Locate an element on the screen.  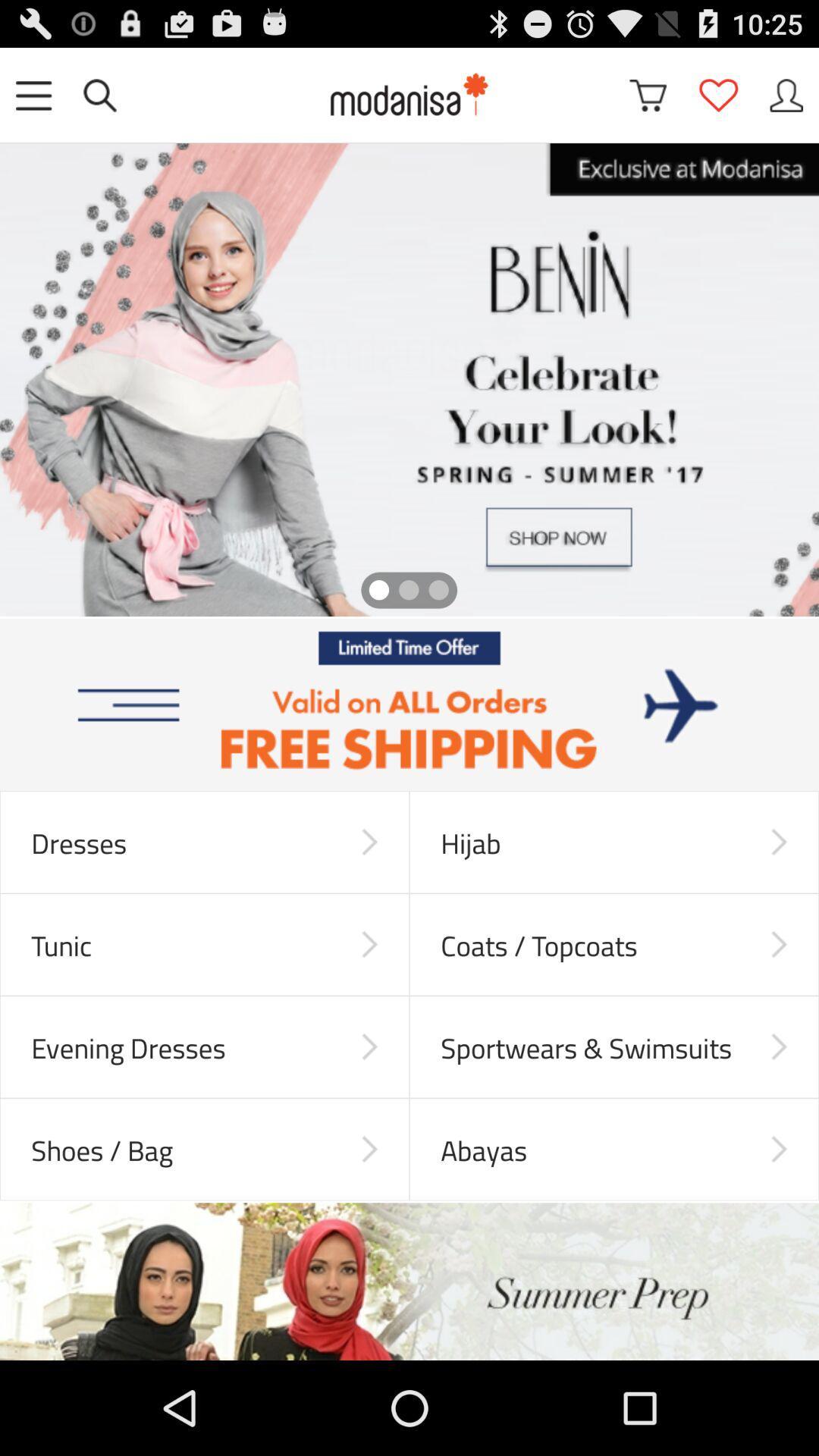
to favorites is located at coordinates (717, 94).